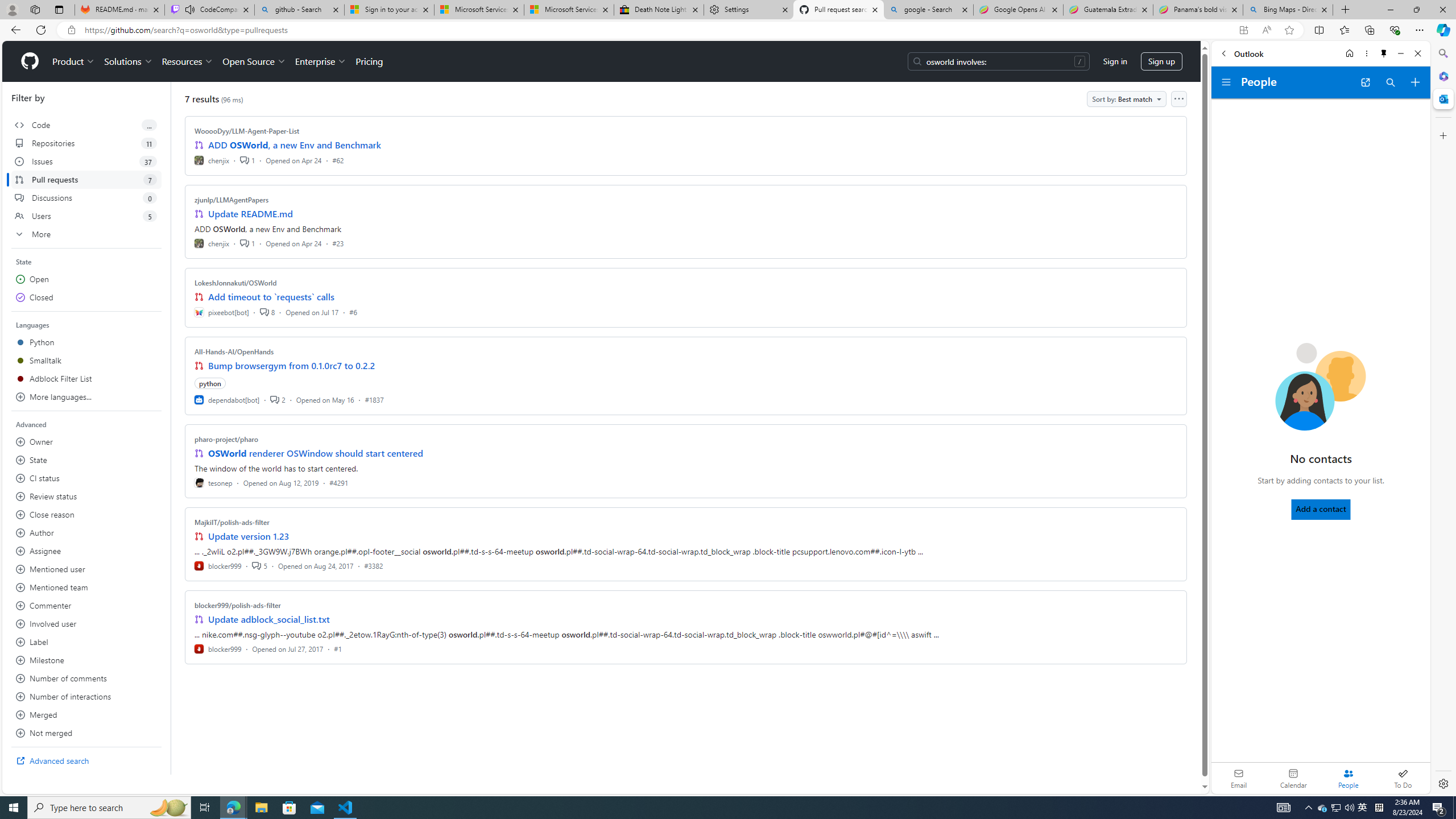  I want to click on 'blocker999', so click(218, 648).